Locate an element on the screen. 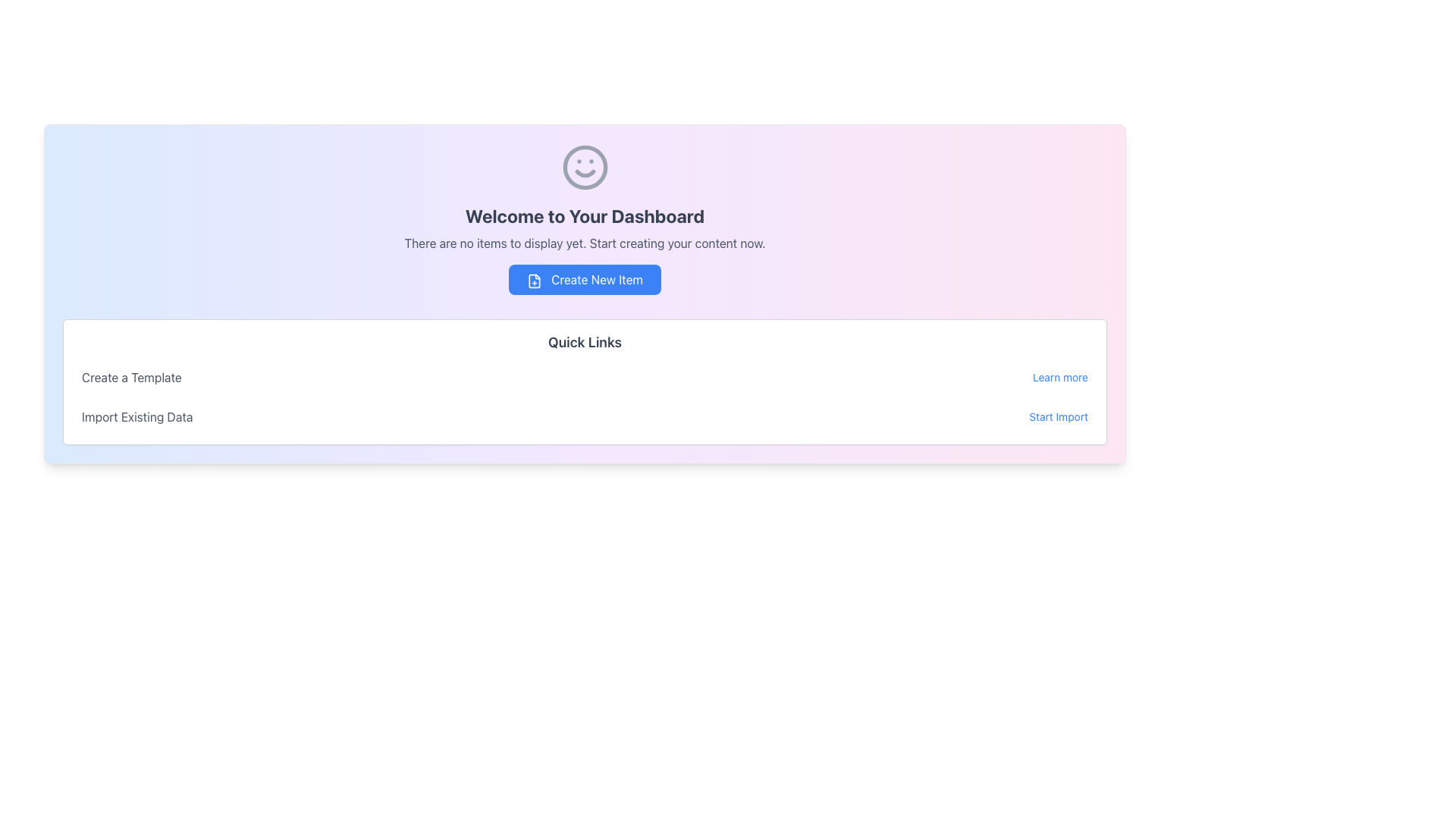 This screenshot has width=1456, height=819. the small folded file icon with a plus sign located inside the 'Create New Item' button to the left of the button text is located at coordinates (535, 281).